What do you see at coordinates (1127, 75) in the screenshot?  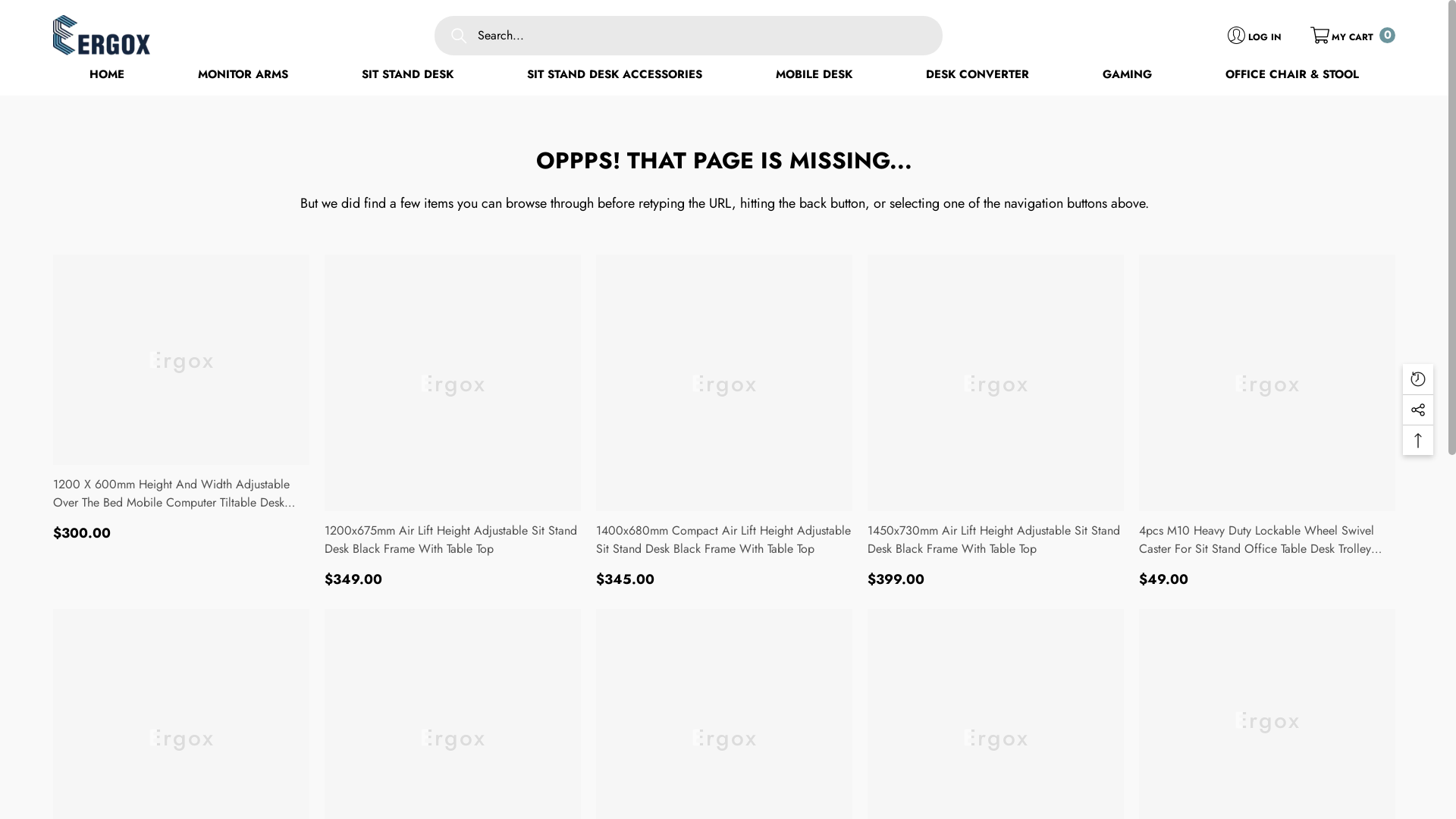 I see `'GAMING'` at bounding box center [1127, 75].